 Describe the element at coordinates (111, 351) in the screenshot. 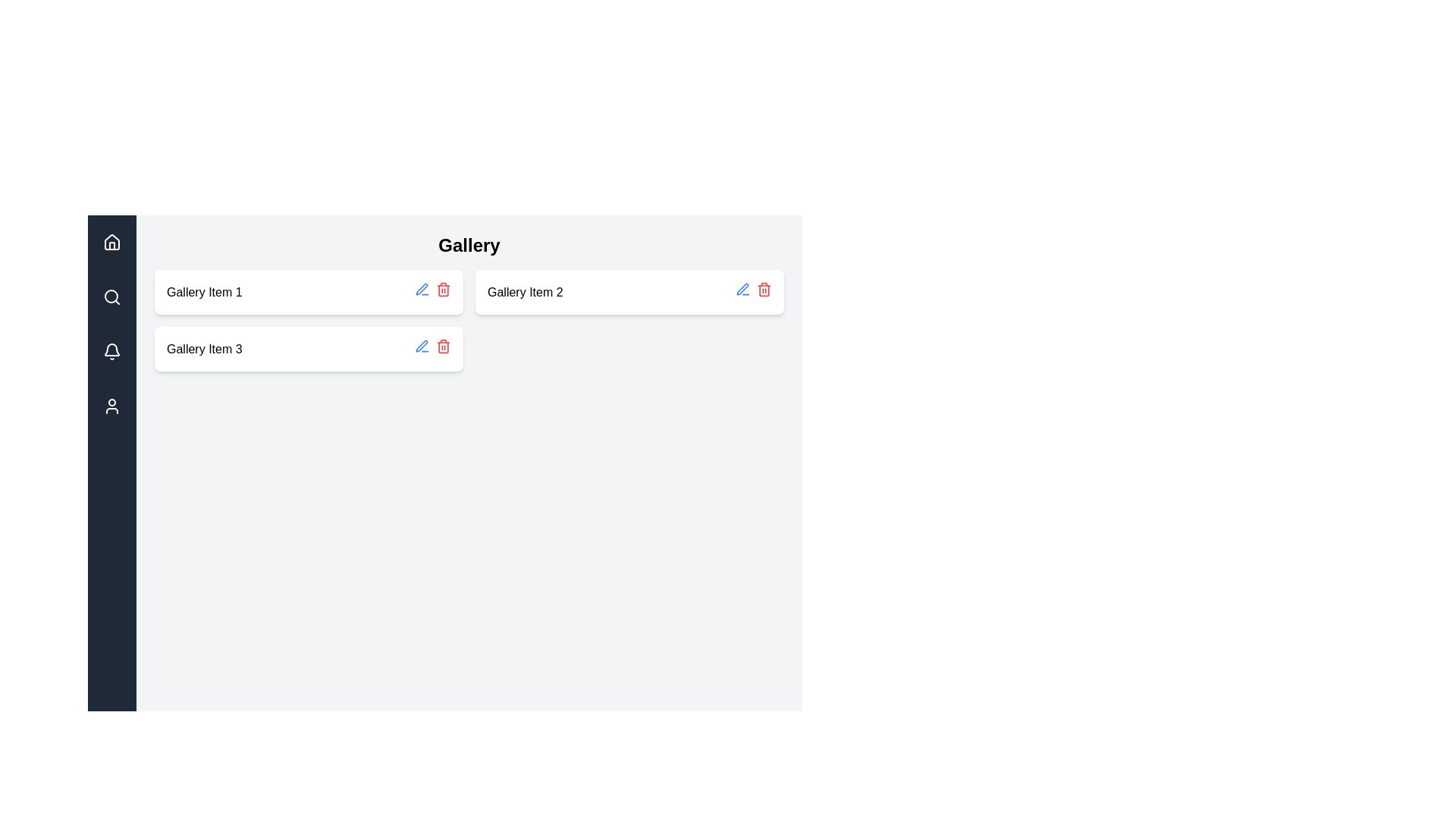

I see `the outlined bell icon located as the third icon in the vertical menu of the application's left sidebar` at that location.